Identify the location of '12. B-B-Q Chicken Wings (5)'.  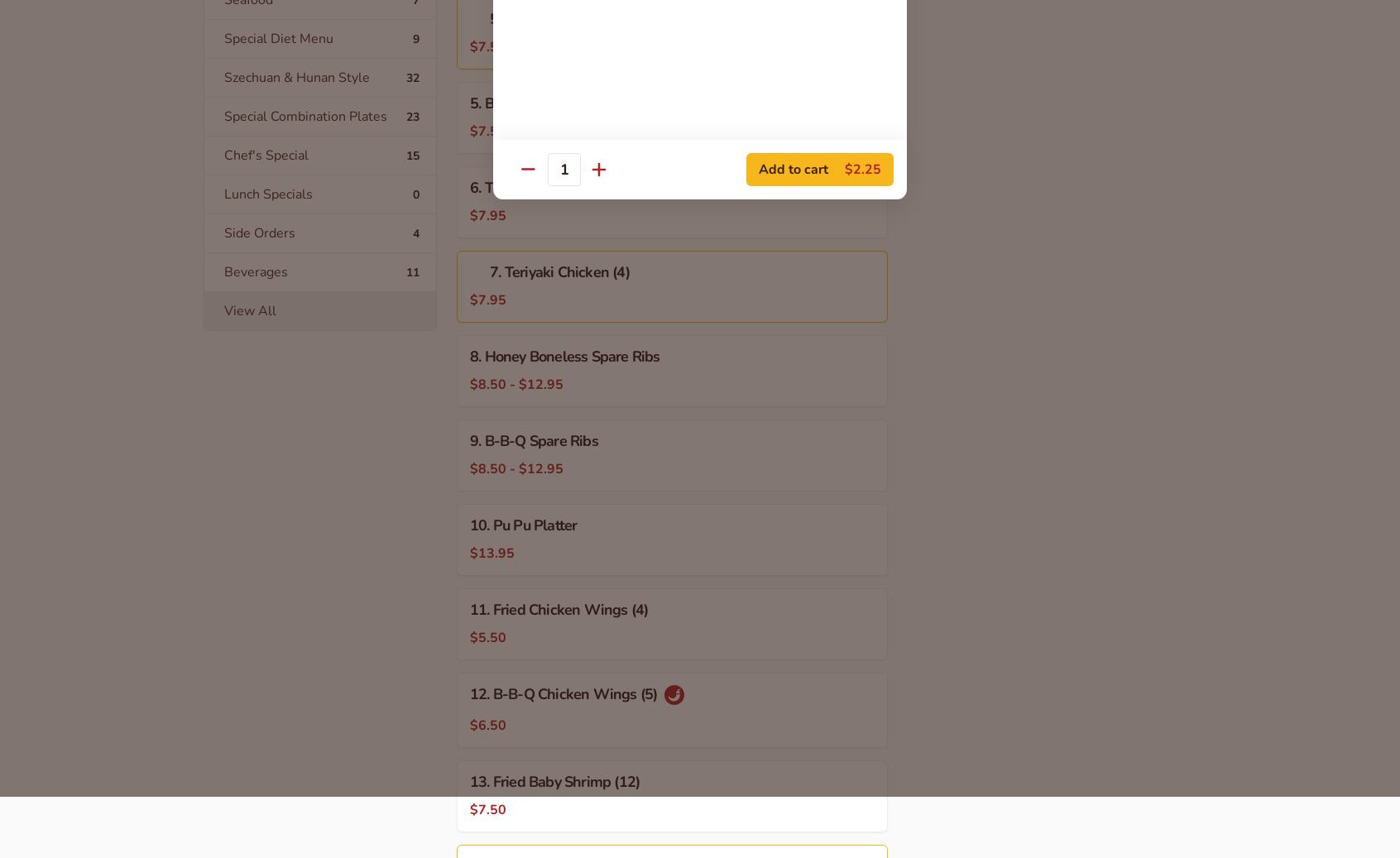
(469, 694).